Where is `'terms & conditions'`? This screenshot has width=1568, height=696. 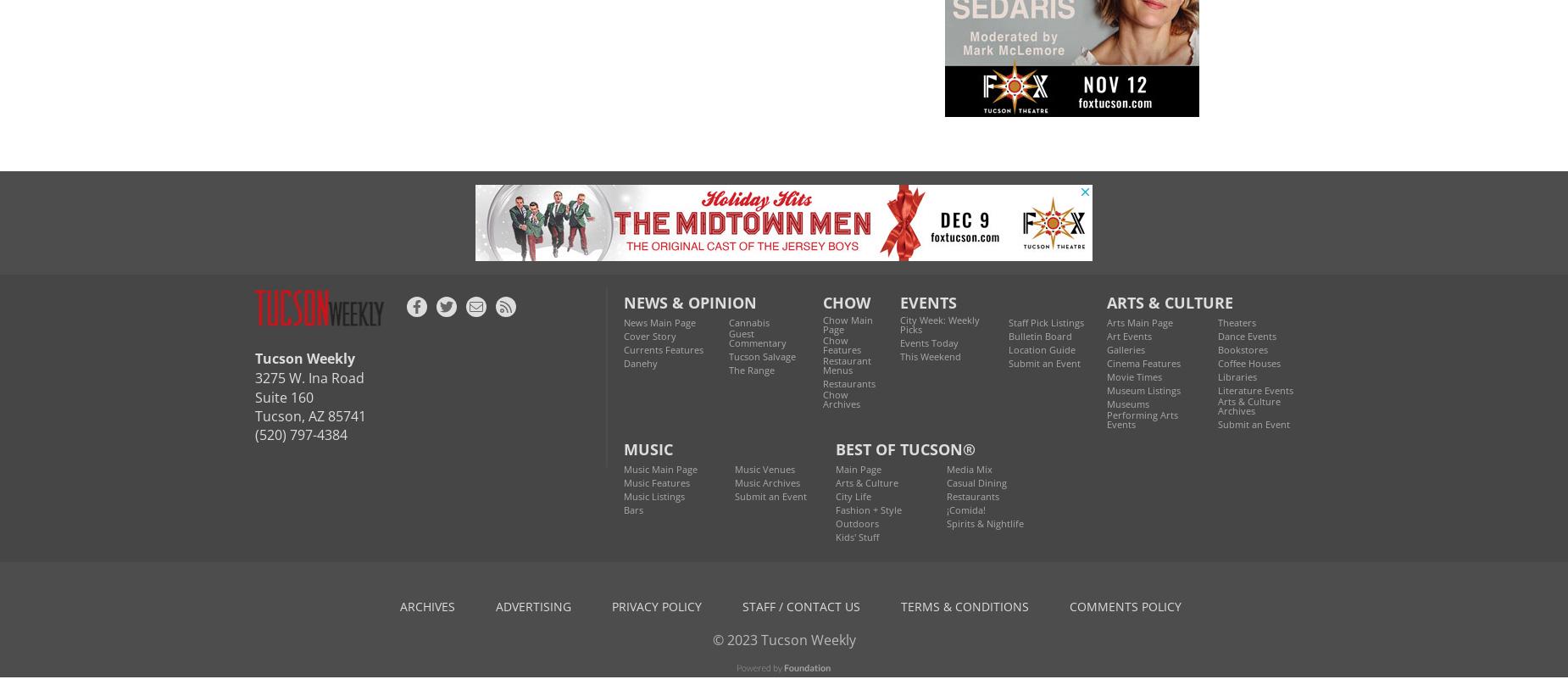 'terms & conditions' is located at coordinates (964, 606).